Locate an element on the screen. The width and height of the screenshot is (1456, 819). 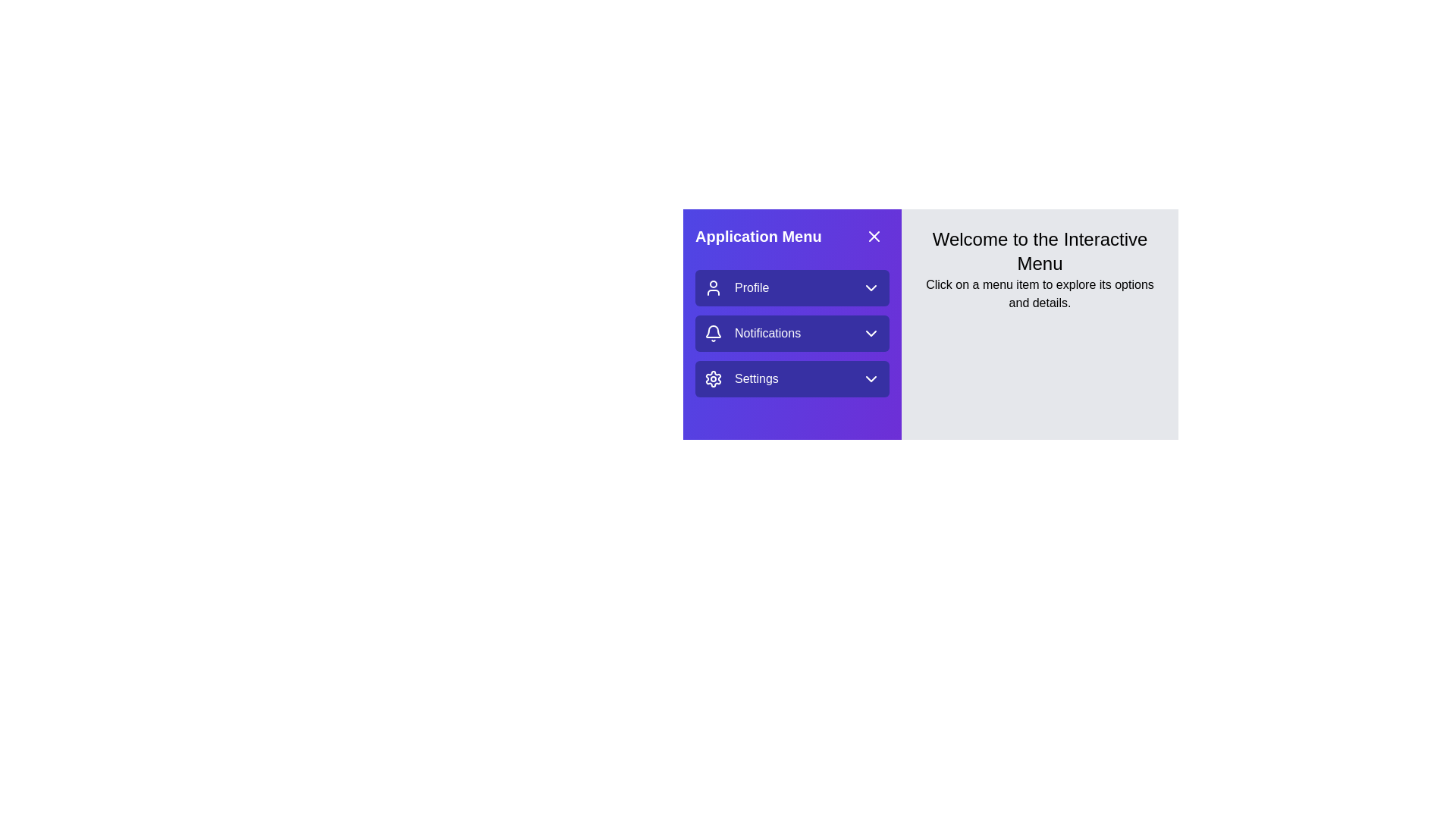
the 'Settings' button with a gear icon located in the application menu is located at coordinates (741, 378).